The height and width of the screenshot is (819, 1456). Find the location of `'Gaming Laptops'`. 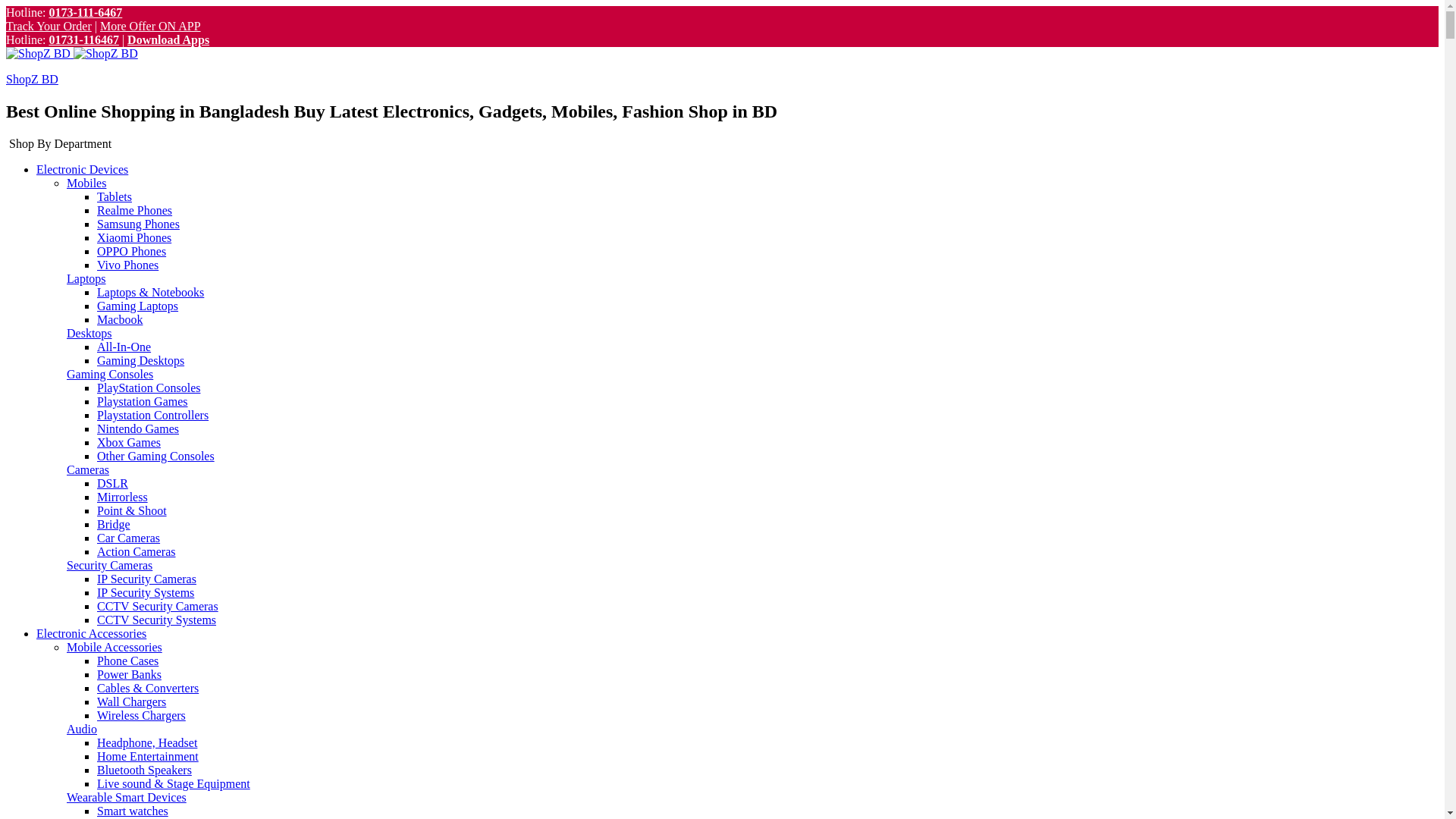

'Gaming Laptops' is located at coordinates (137, 306).